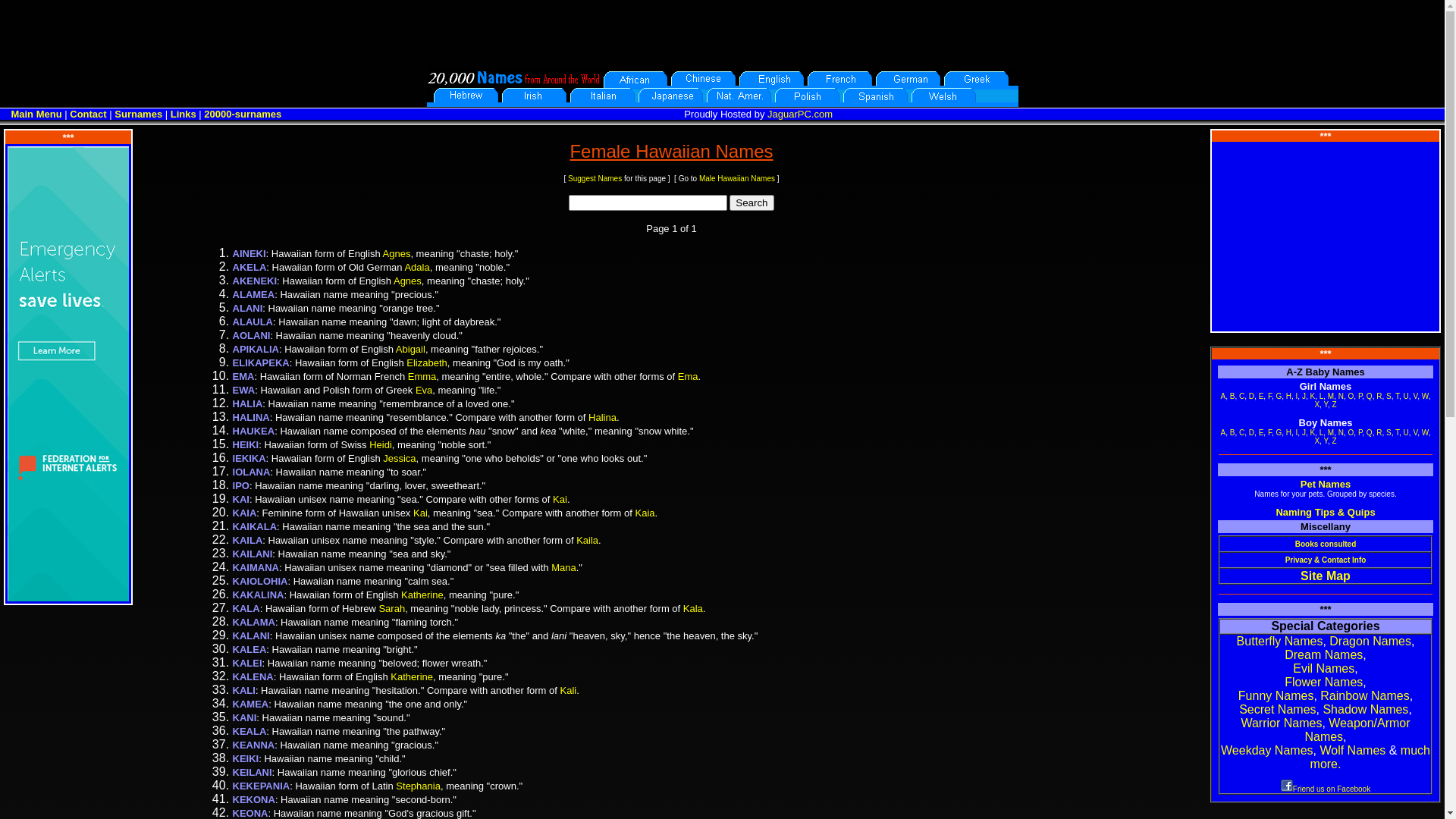  I want to click on 'A', so click(1223, 432).